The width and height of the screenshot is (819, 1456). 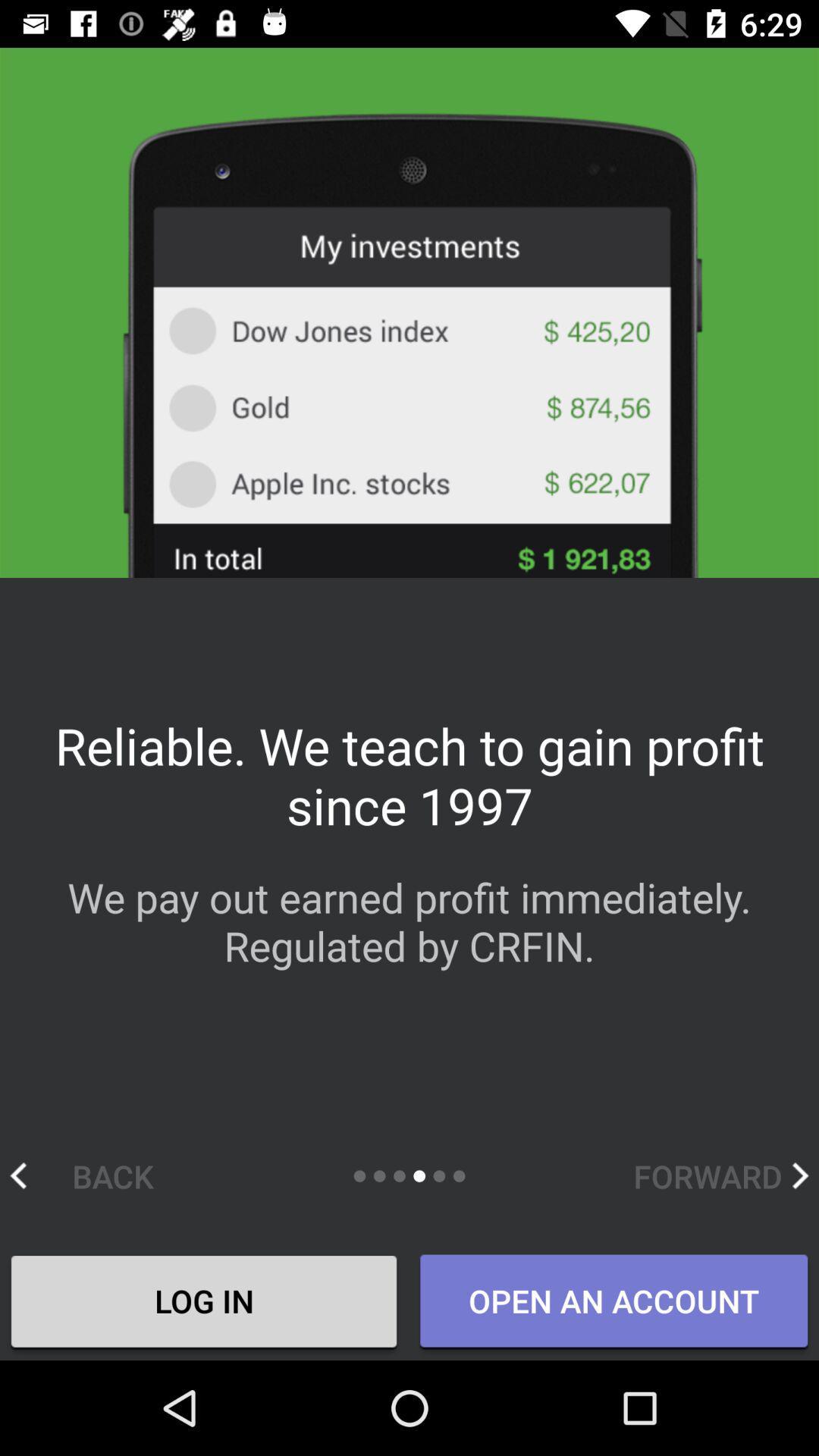 What do you see at coordinates (720, 1175) in the screenshot?
I see `icon below the we pay out` at bounding box center [720, 1175].